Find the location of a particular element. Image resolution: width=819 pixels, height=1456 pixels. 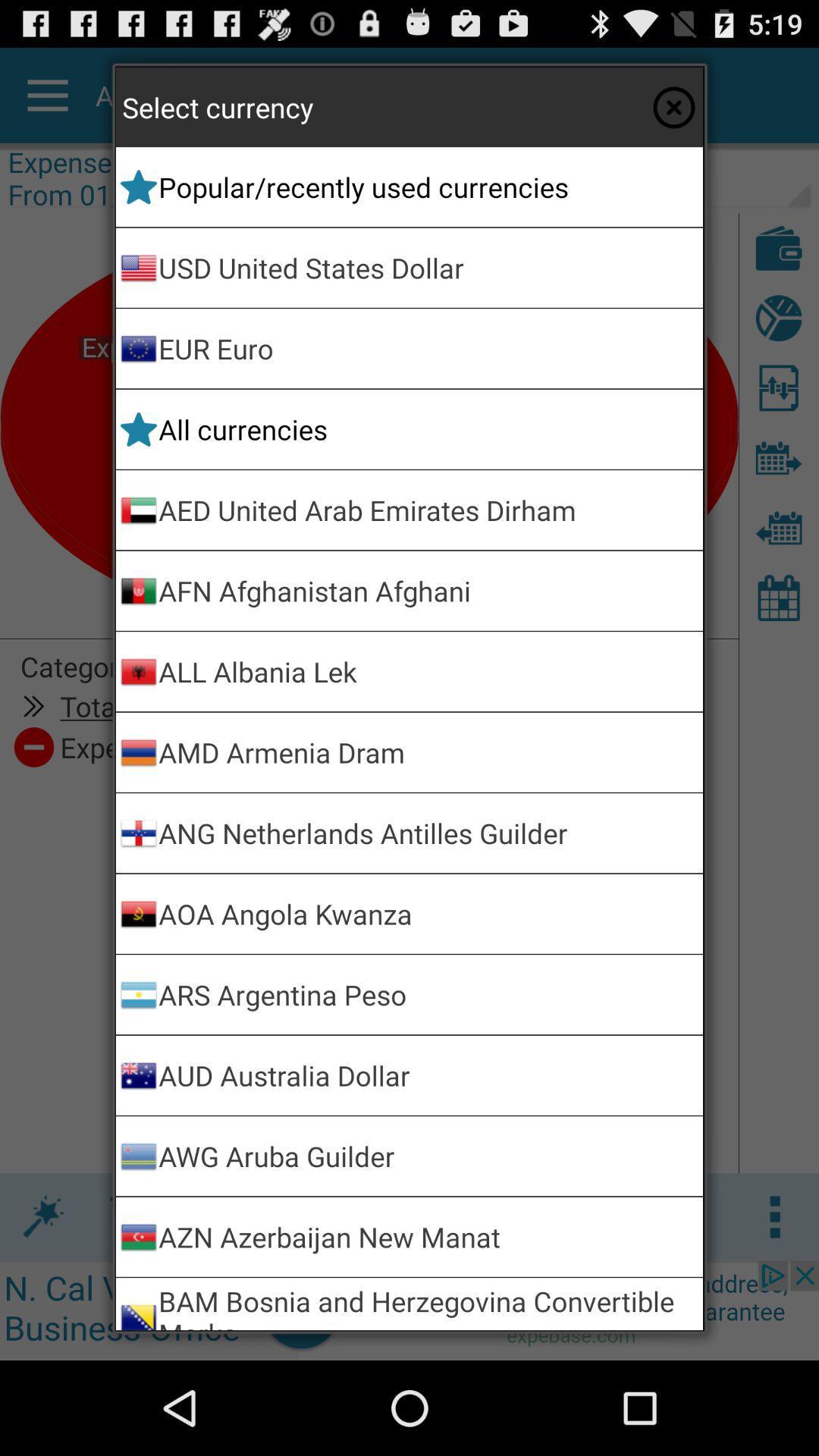

app below aed united arab app is located at coordinates (428, 590).